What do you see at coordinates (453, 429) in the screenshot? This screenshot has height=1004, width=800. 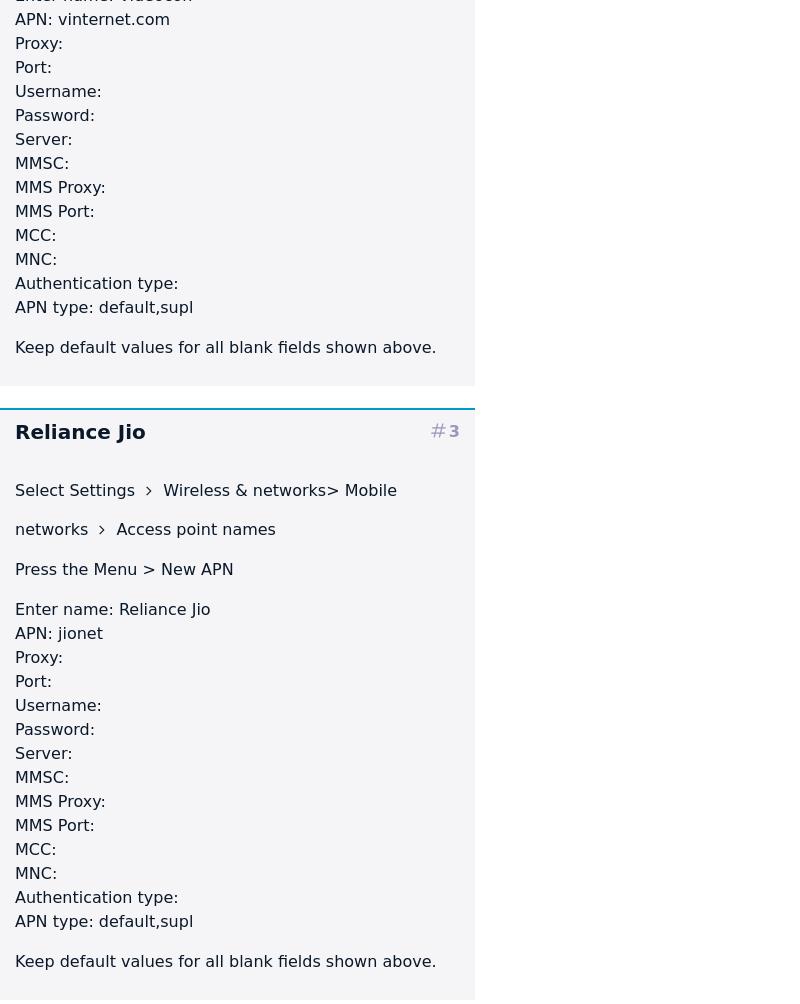 I see `'3'` at bounding box center [453, 429].